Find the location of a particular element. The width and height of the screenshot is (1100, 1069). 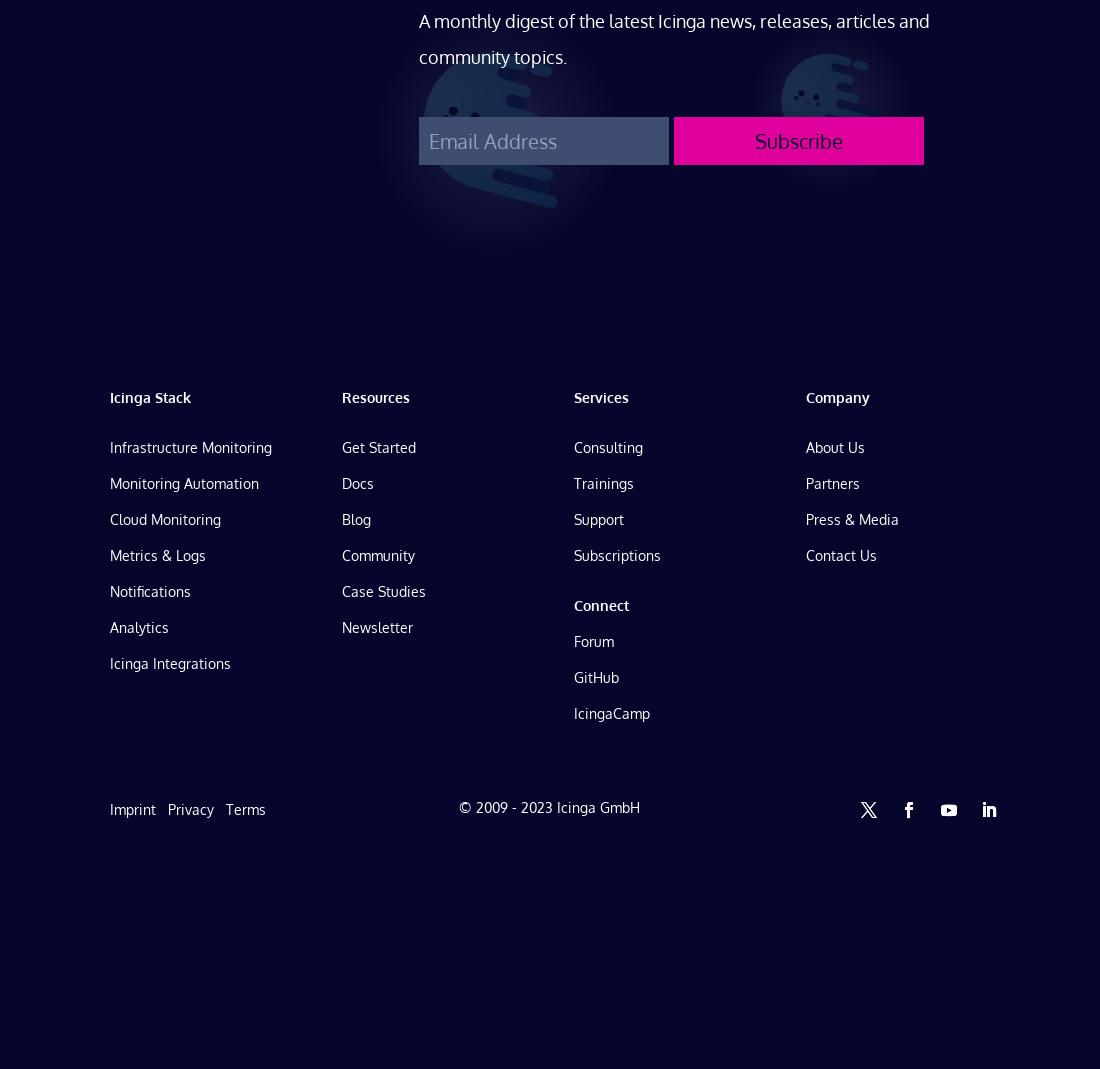

'Resources' is located at coordinates (375, 396).